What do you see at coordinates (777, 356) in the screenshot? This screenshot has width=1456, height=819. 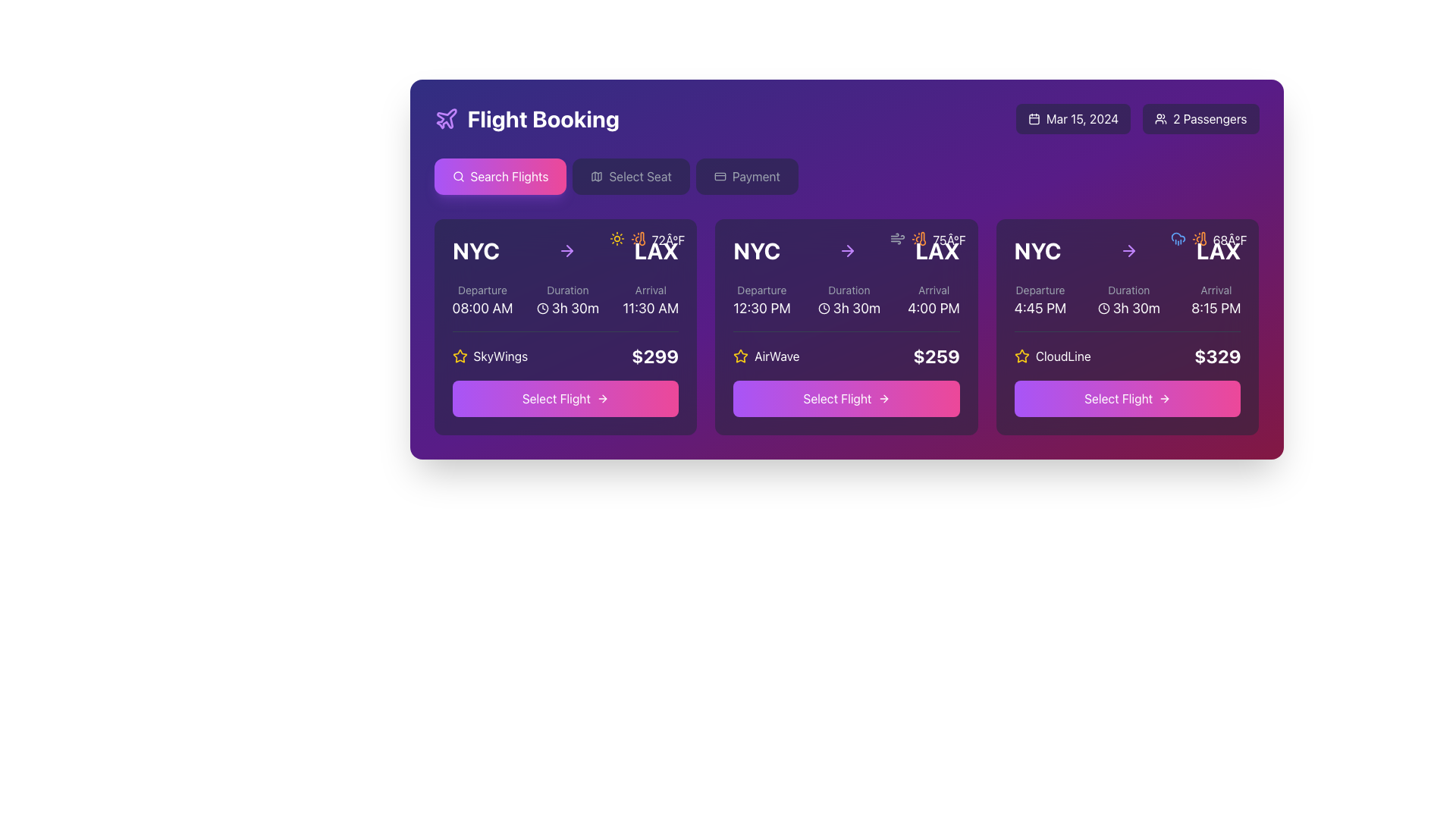 I see `the text element that identifies and labels the airline or service provider, located in the middle card beneath 'NYC to LAX' and above the price '$259', to the right of a yellow star icon` at bounding box center [777, 356].